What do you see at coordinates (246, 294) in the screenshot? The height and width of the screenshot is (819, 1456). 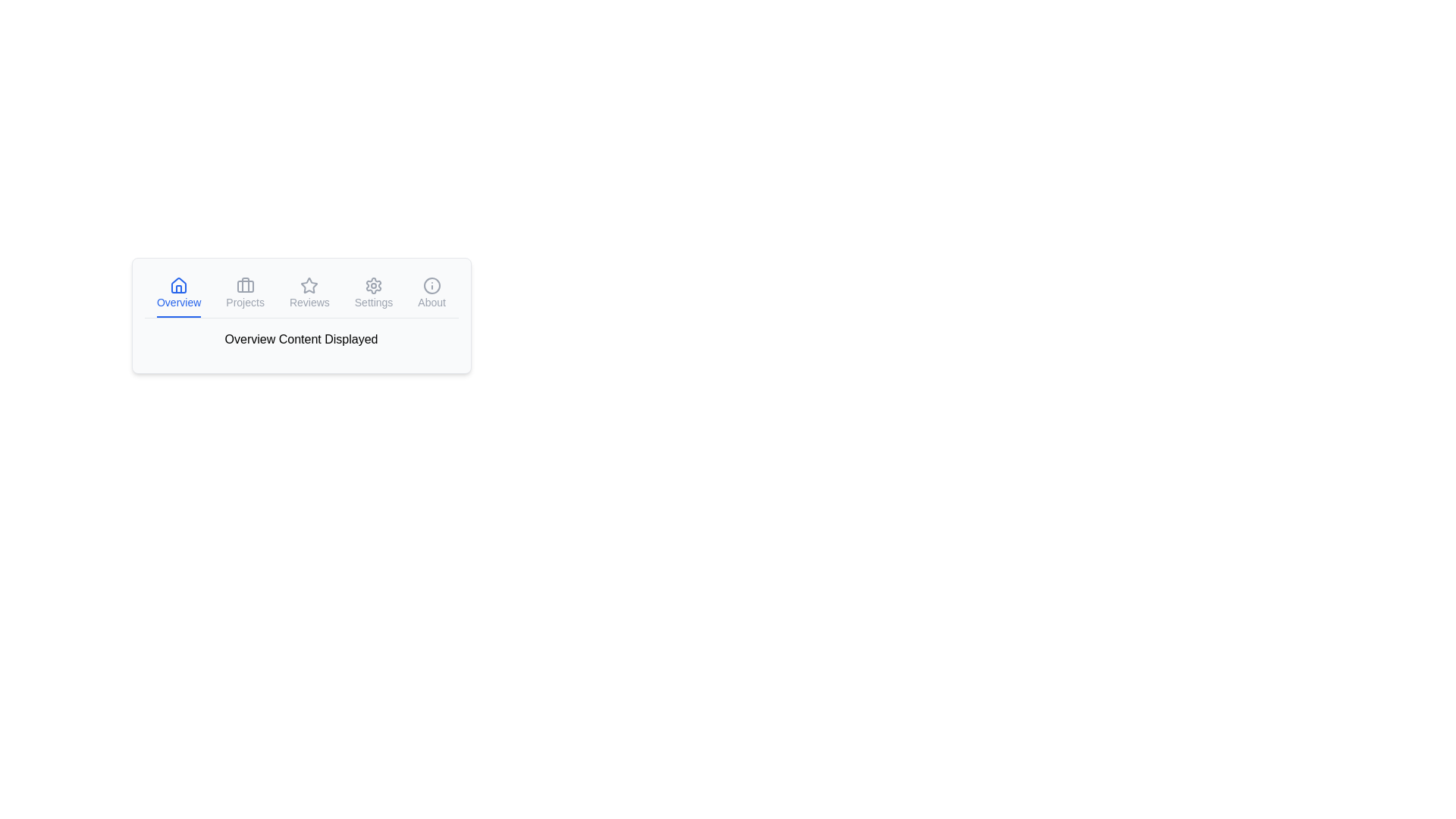 I see `the tab labeled Projects to view its content` at bounding box center [246, 294].